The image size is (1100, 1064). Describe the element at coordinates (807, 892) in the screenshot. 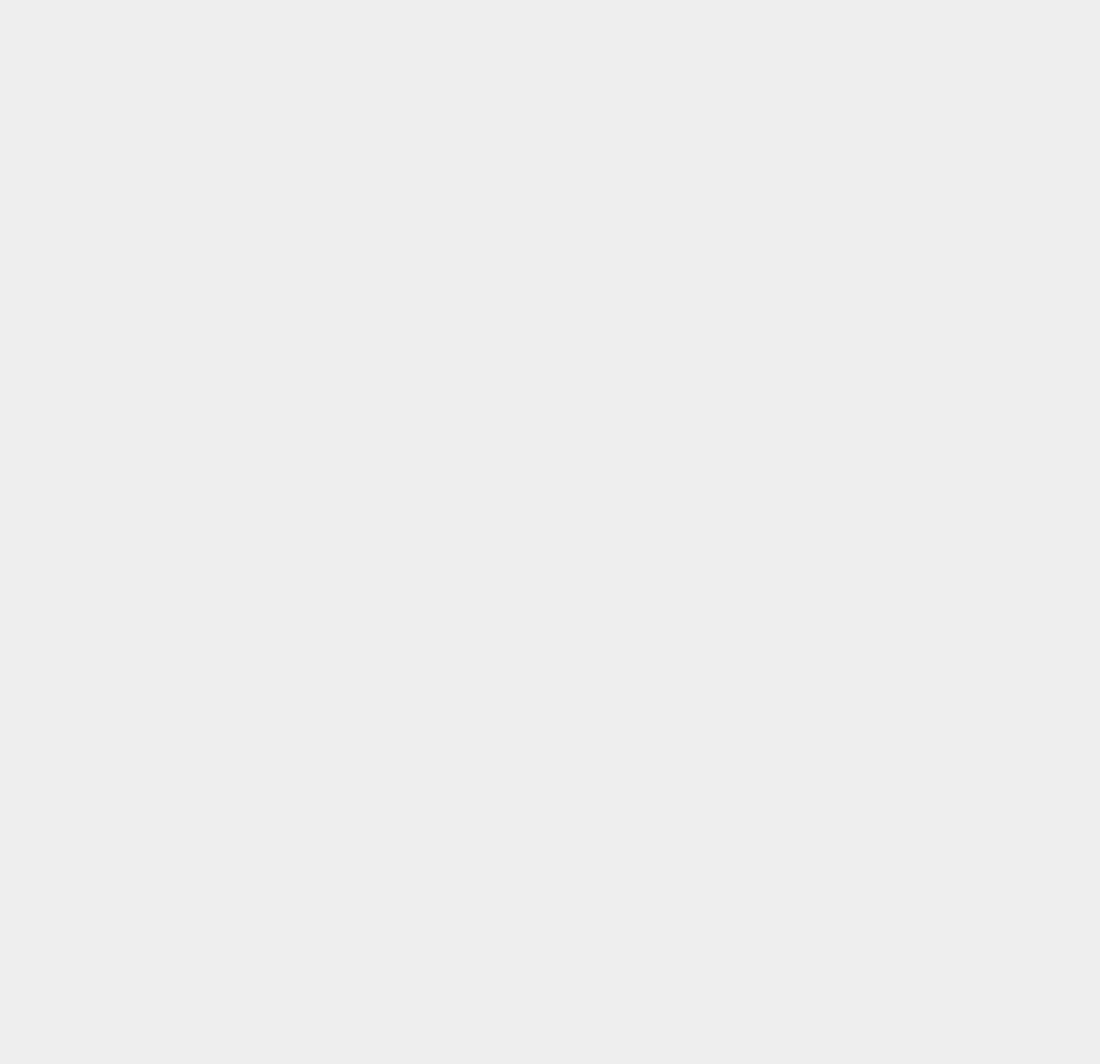

I see `'Android 8'` at that location.